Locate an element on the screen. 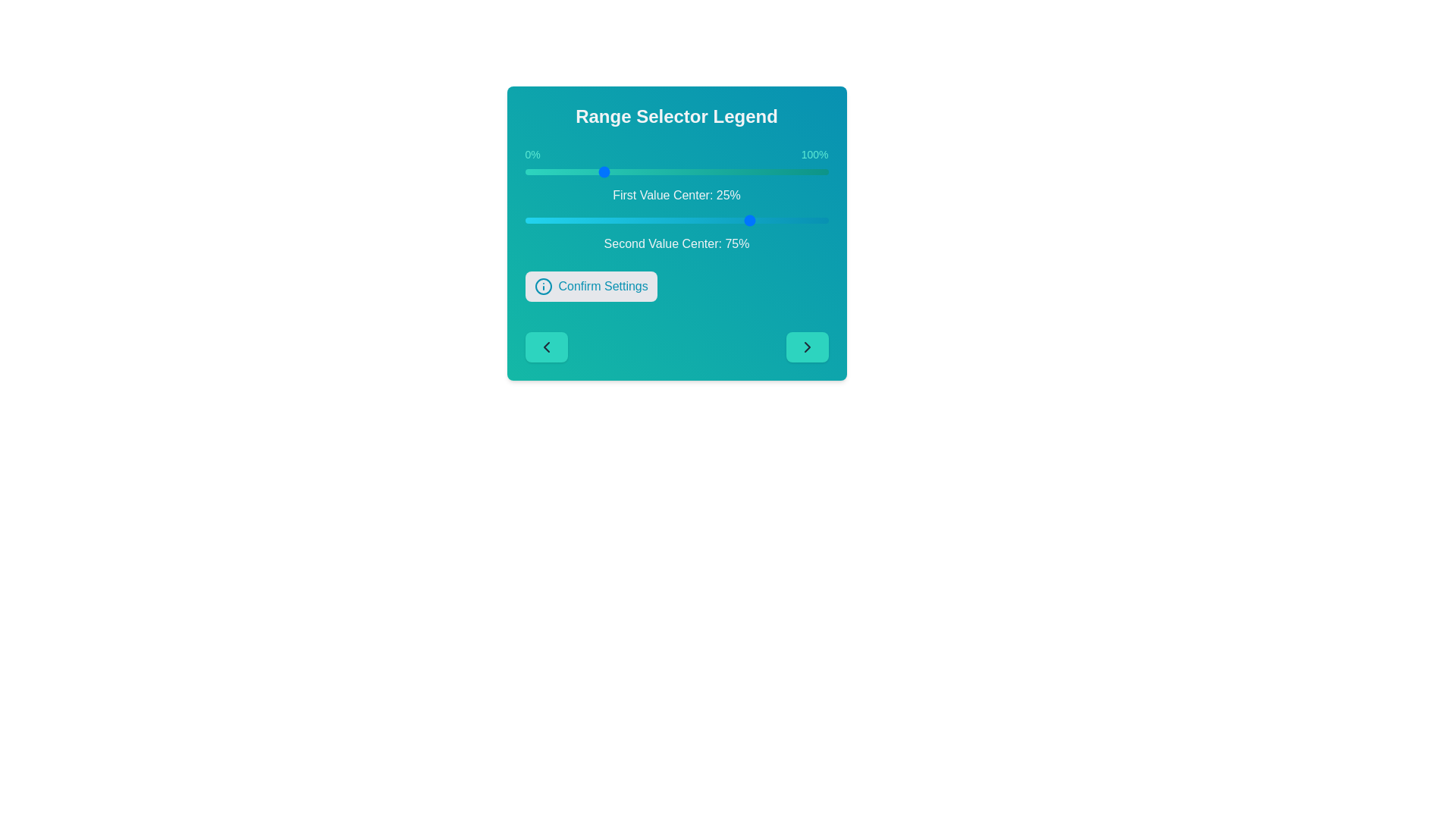  the 'Confirm Settings' button located at the bottom of the panel labeled 'Range Selector Legend' is located at coordinates (676, 234).